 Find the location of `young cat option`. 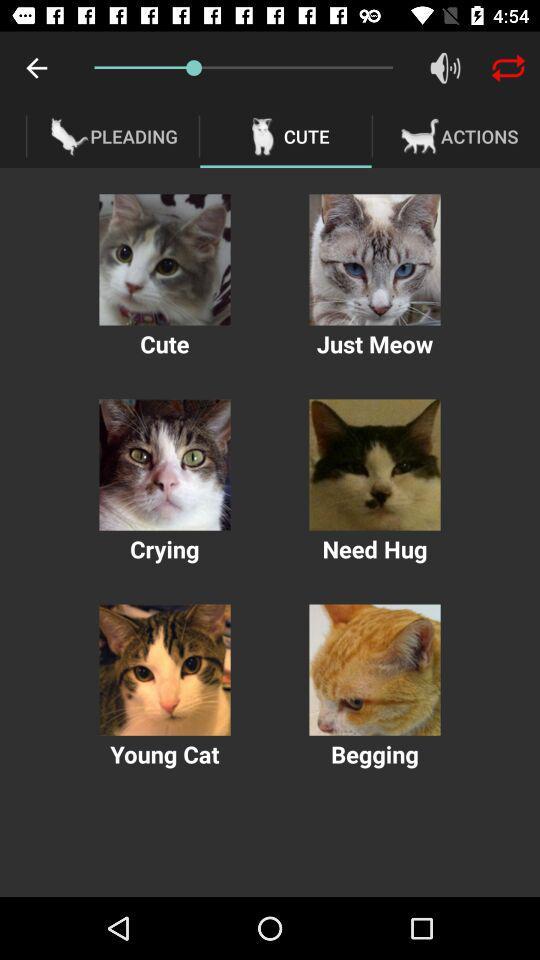

young cat option is located at coordinates (164, 670).